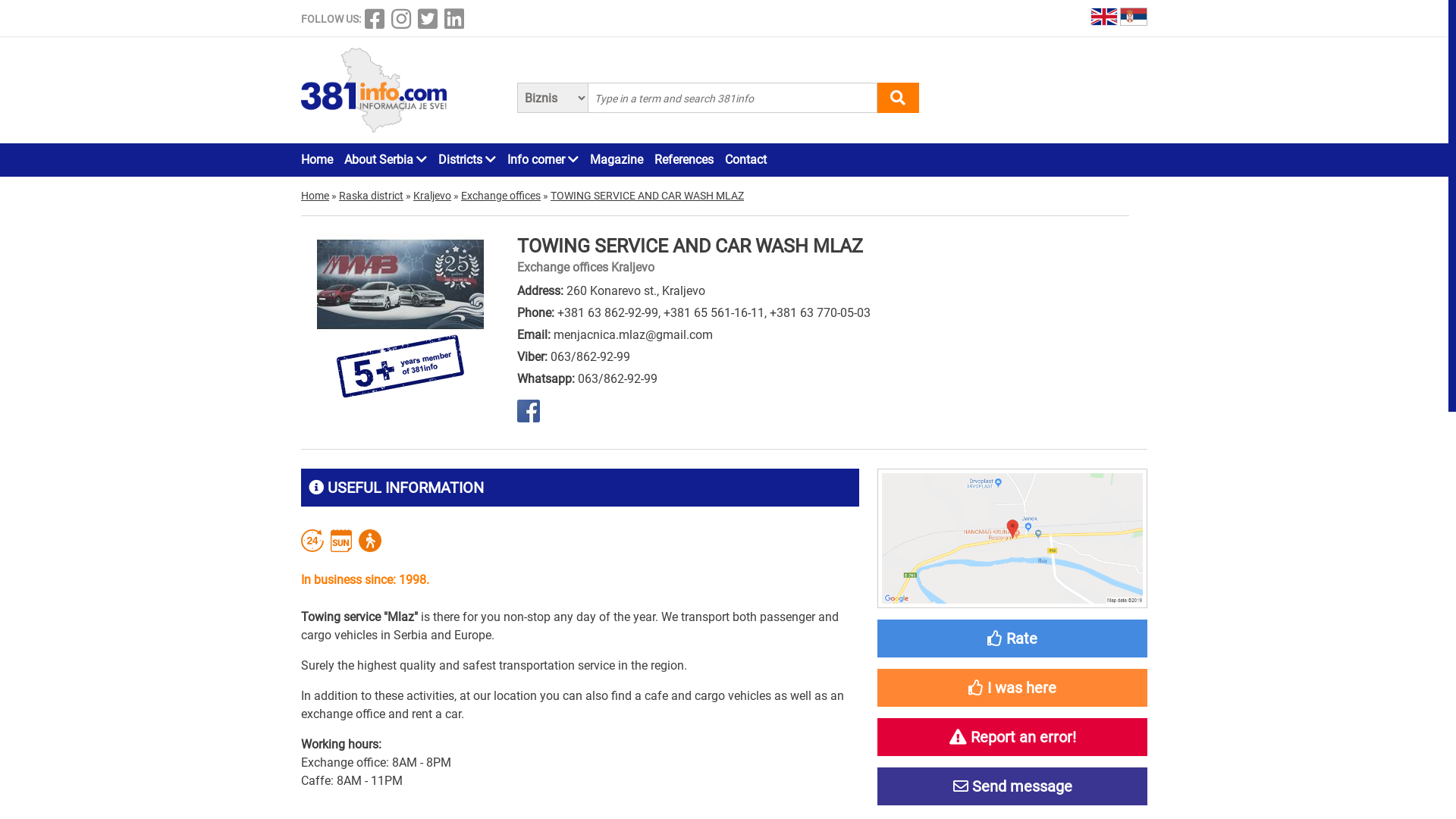 This screenshot has height=819, width=1456. Describe the element at coordinates (616, 160) in the screenshot. I see `'Magazine'` at that location.